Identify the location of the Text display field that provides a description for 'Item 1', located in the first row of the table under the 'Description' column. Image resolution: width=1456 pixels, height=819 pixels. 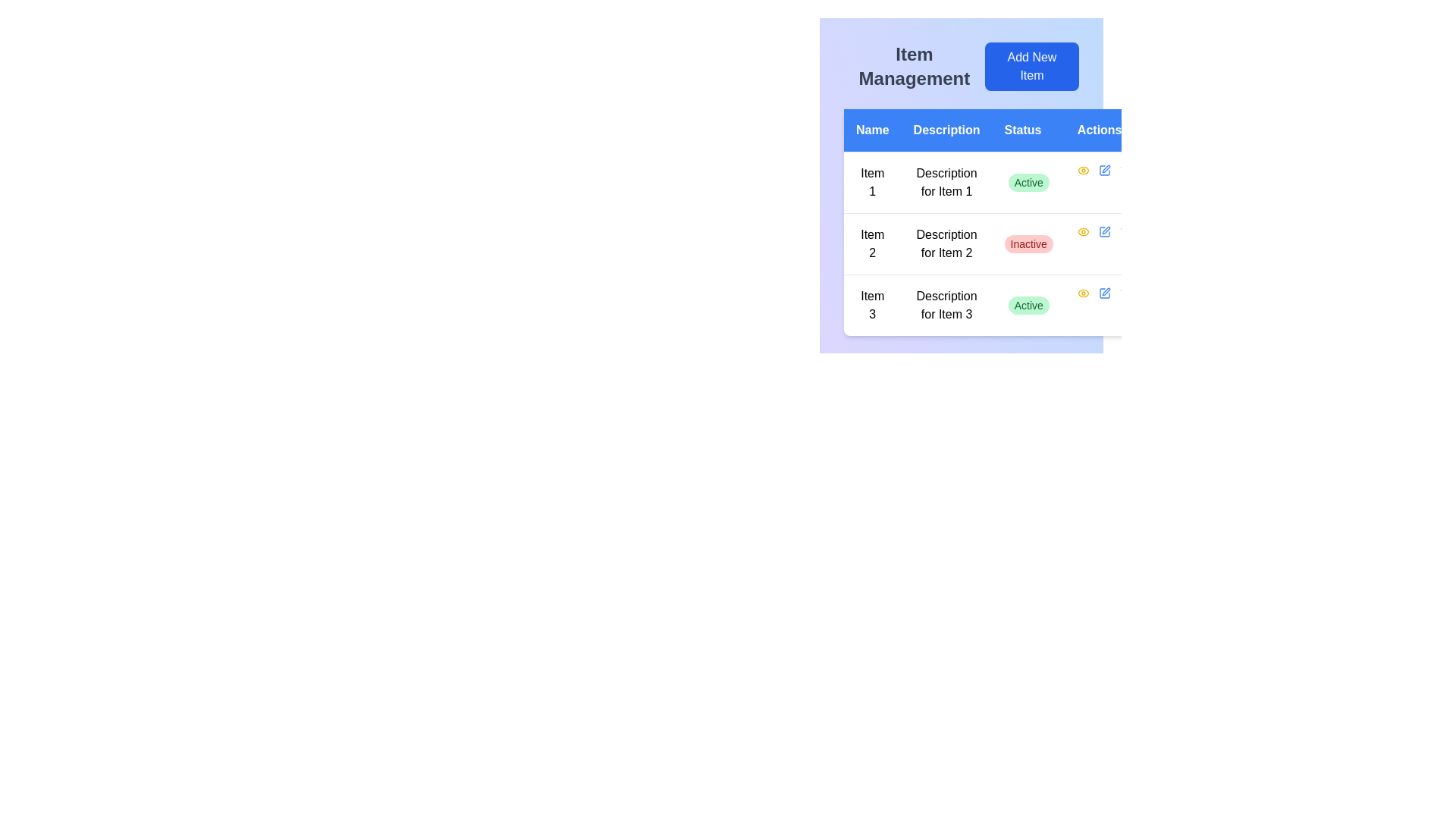
(946, 181).